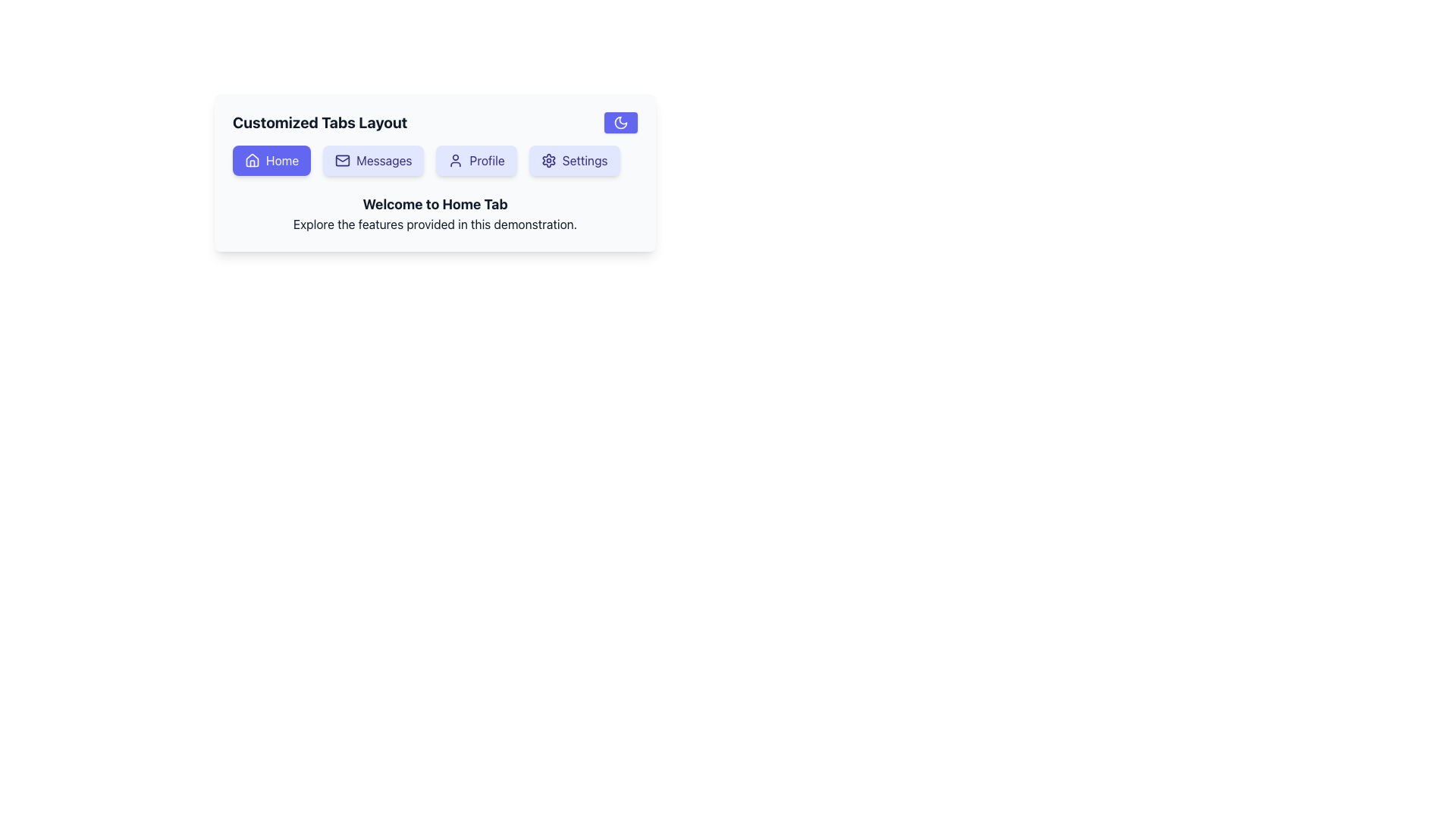  What do you see at coordinates (373, 161) in the screenshot?
I see `the 'Messages' button located` at bounding box center [373, 161].